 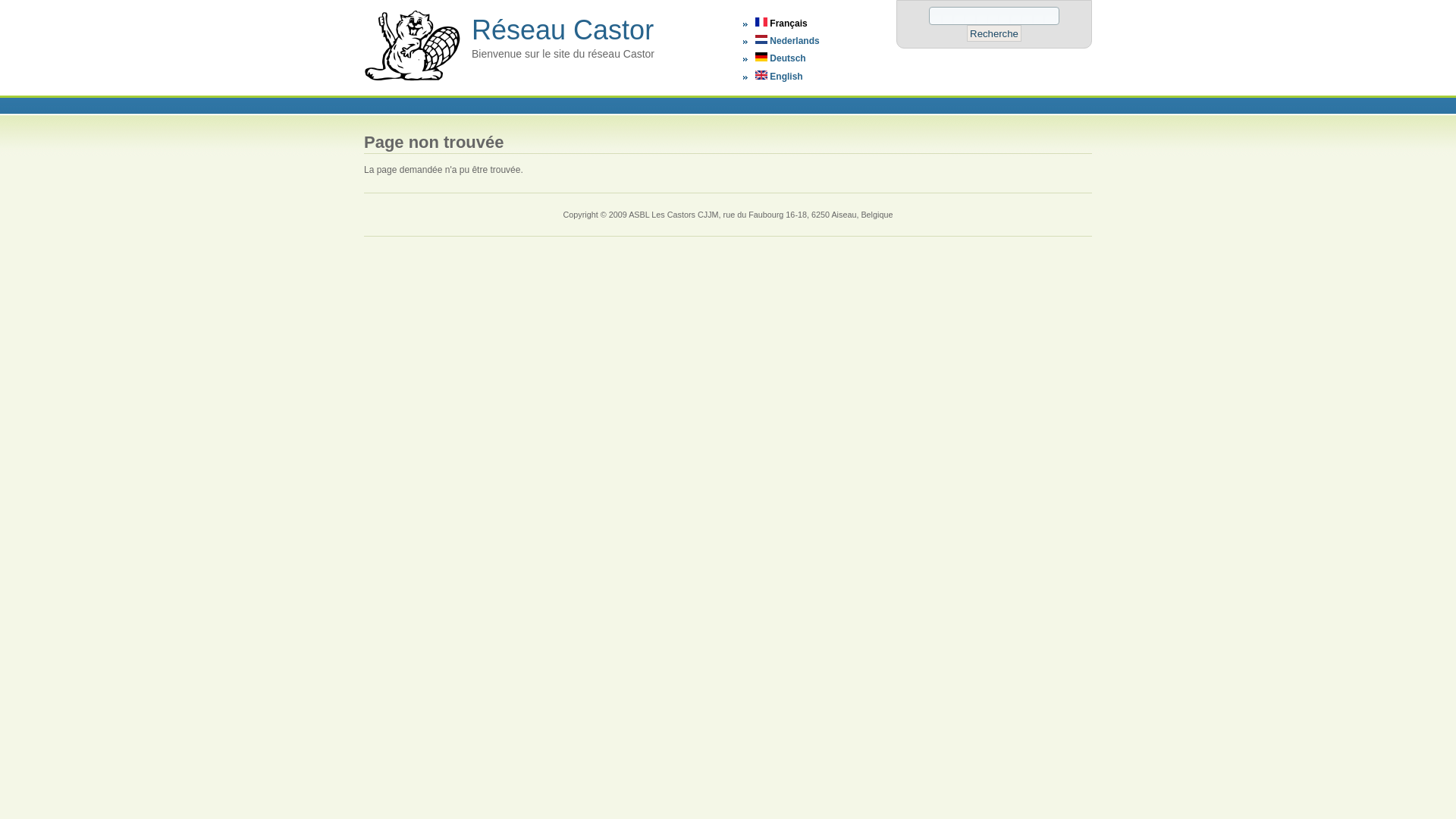 I want to click on 'Accueil', so click(x=412, y=82).